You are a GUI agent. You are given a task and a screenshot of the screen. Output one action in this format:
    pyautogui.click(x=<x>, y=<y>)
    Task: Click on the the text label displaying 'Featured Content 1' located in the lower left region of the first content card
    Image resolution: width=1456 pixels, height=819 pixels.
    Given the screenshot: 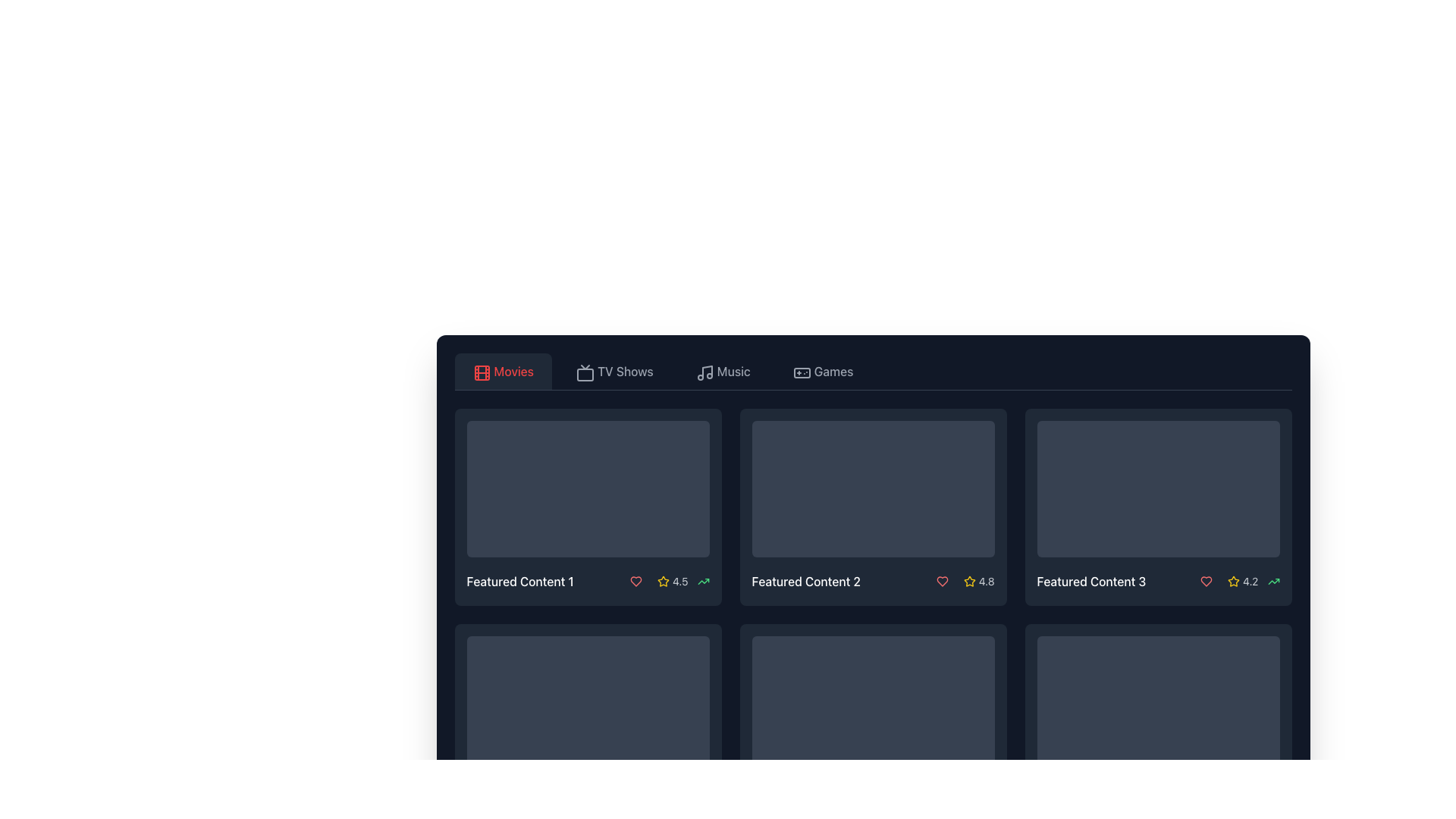 What is the action you would take?
    pyautogui.click(x=520, y=581)
    